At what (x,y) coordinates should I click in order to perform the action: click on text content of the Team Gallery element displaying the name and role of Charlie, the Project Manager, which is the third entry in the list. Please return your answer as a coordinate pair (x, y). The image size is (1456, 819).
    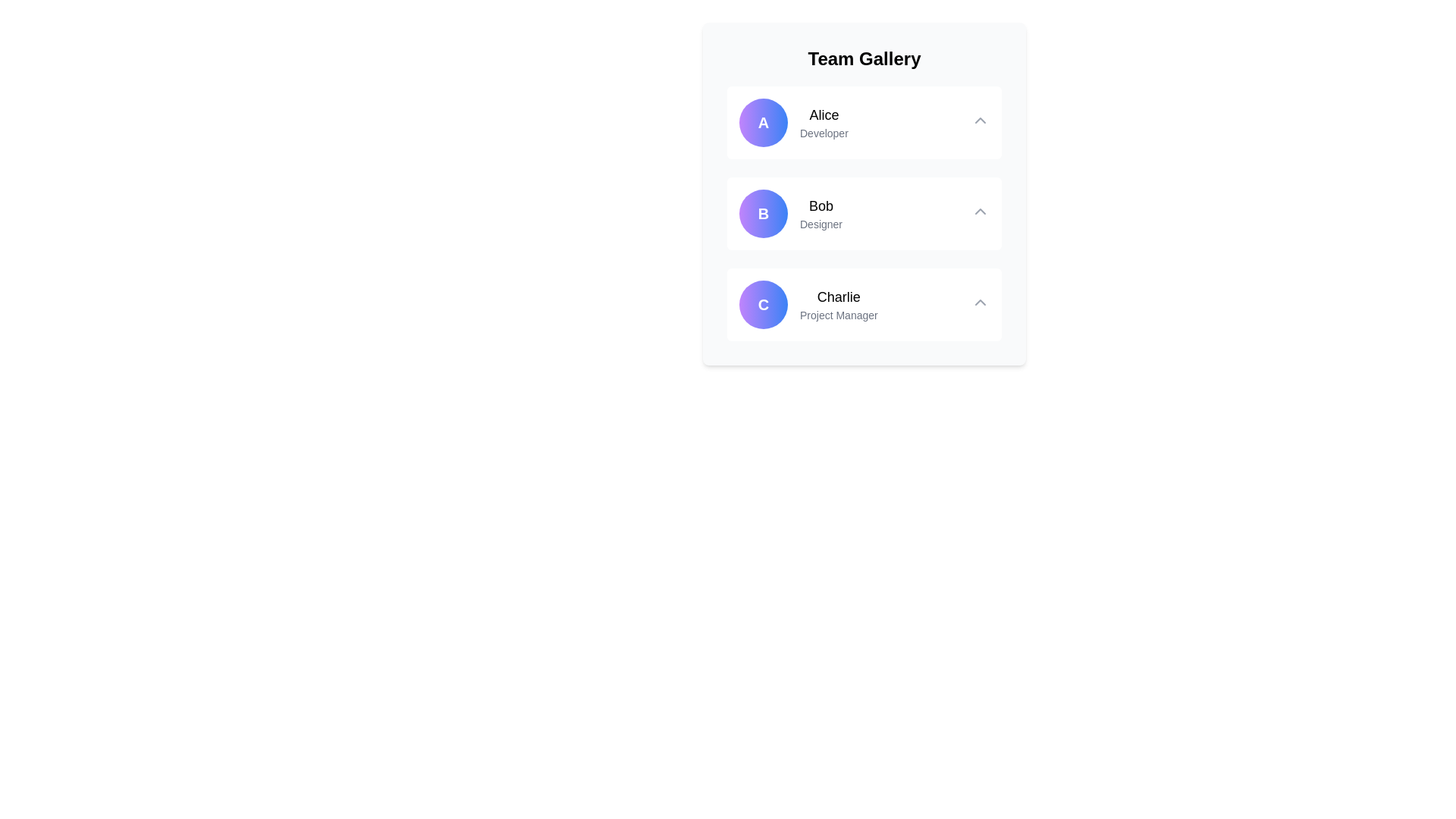
    Looking at the image, I should click on (838, 304).